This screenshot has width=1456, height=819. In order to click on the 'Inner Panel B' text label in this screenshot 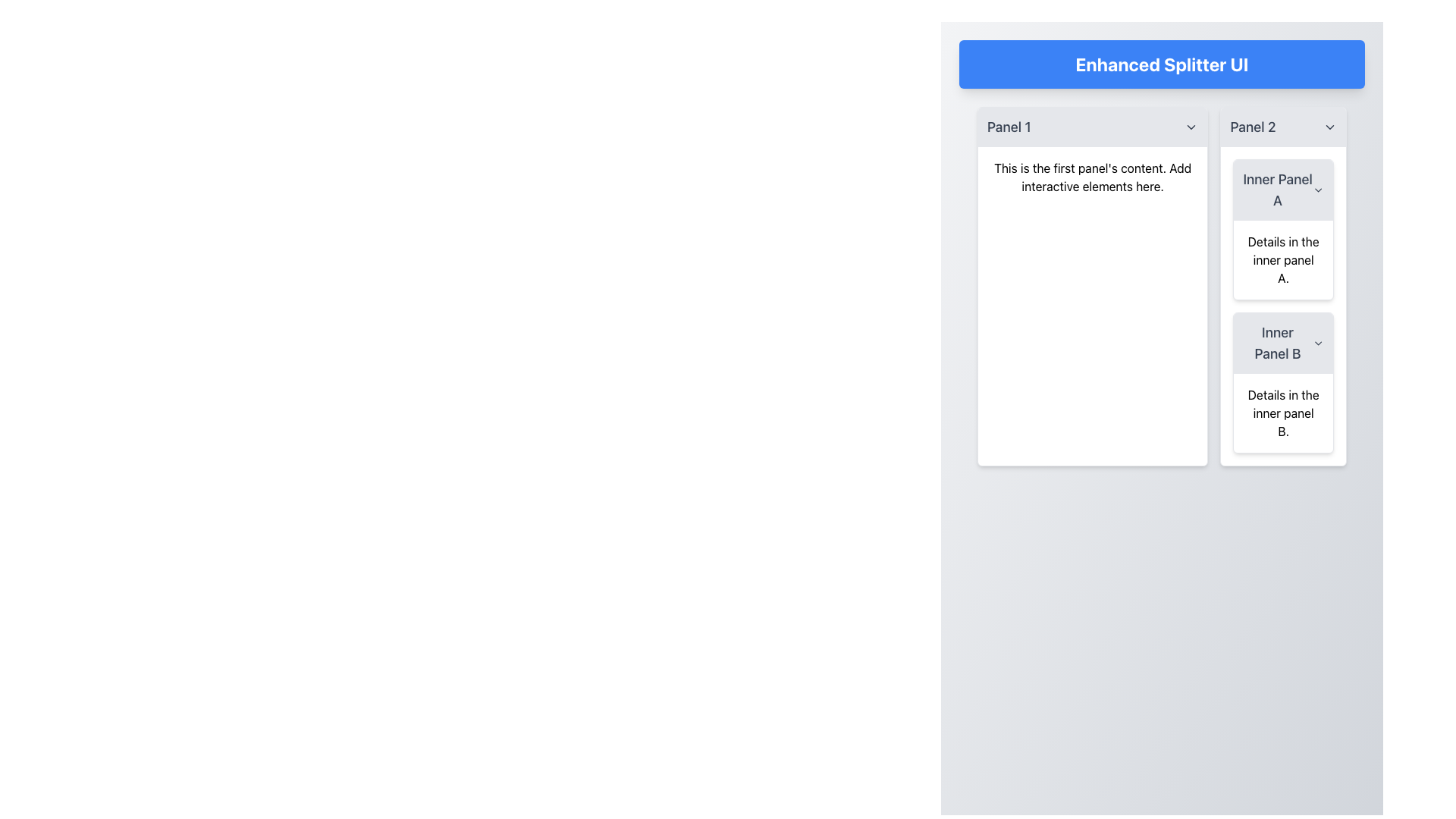, I will do `click(1276, 343)`.